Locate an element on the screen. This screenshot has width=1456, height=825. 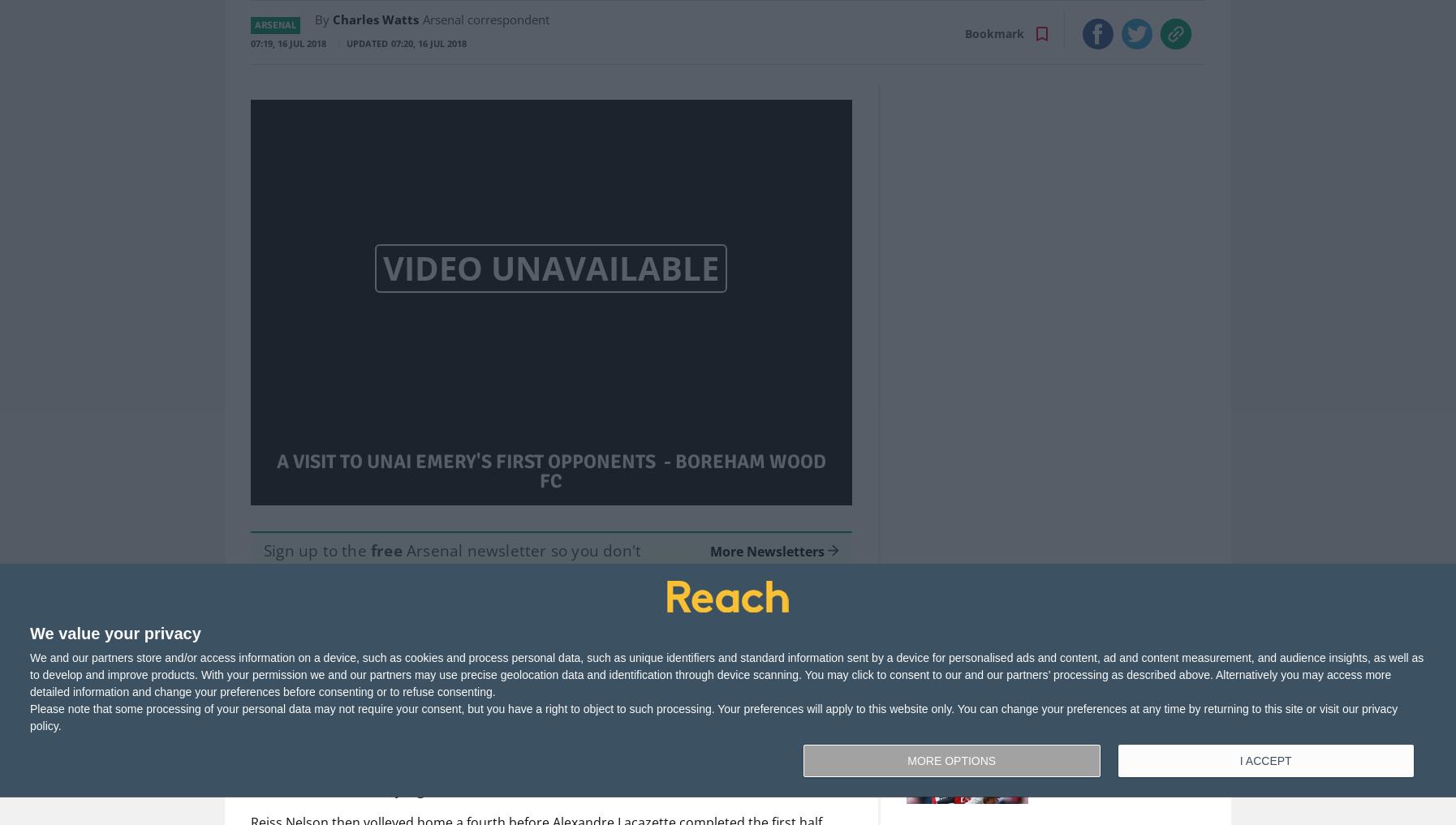
'A visit to Unai Emery's first opponents  - Boreham Wood FC' is located at coordinates (274, 471).